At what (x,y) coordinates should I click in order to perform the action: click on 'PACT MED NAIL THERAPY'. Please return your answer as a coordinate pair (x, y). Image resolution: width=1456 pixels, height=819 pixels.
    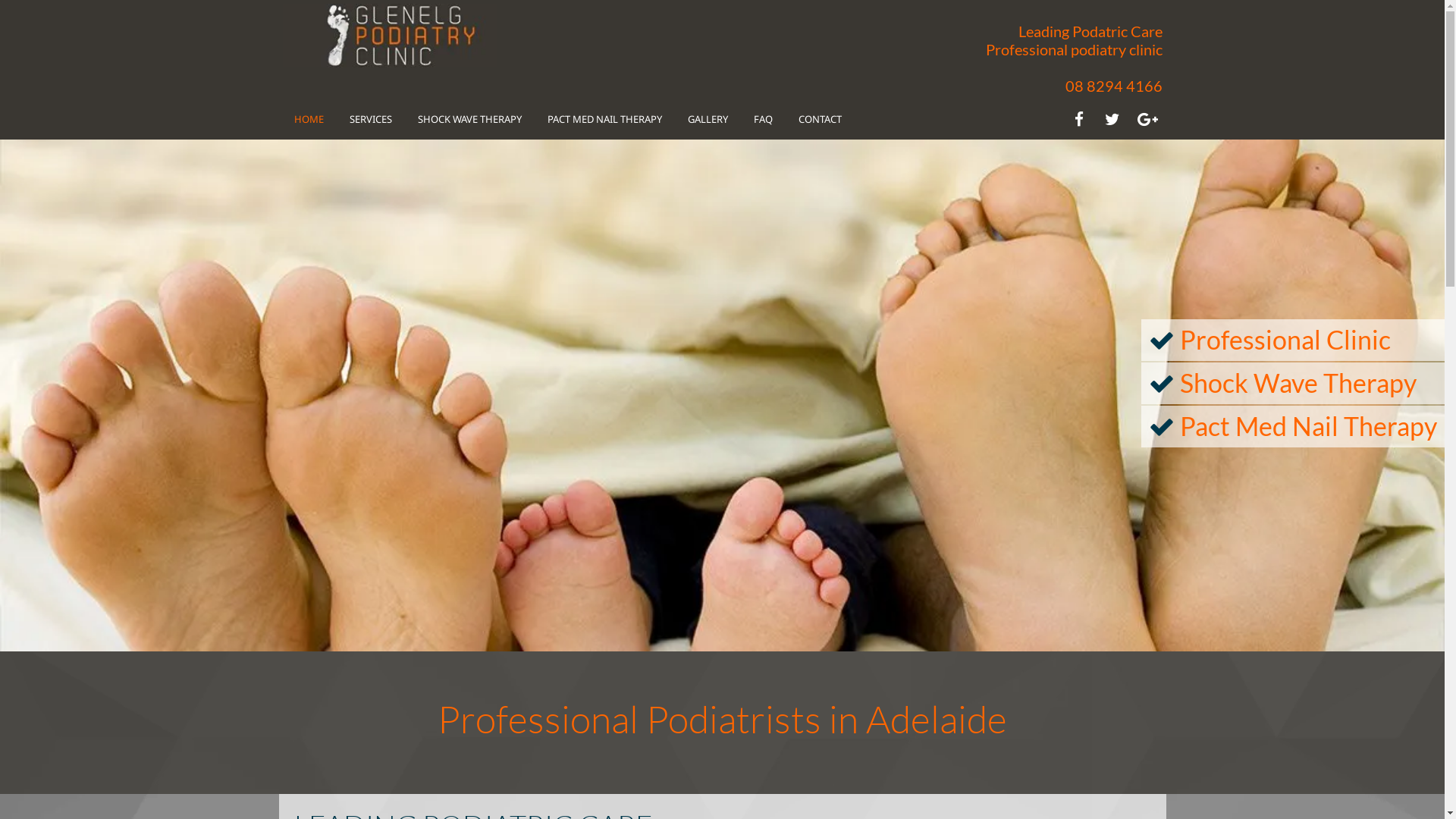
    Looking at the image, I should click on (546, 118).